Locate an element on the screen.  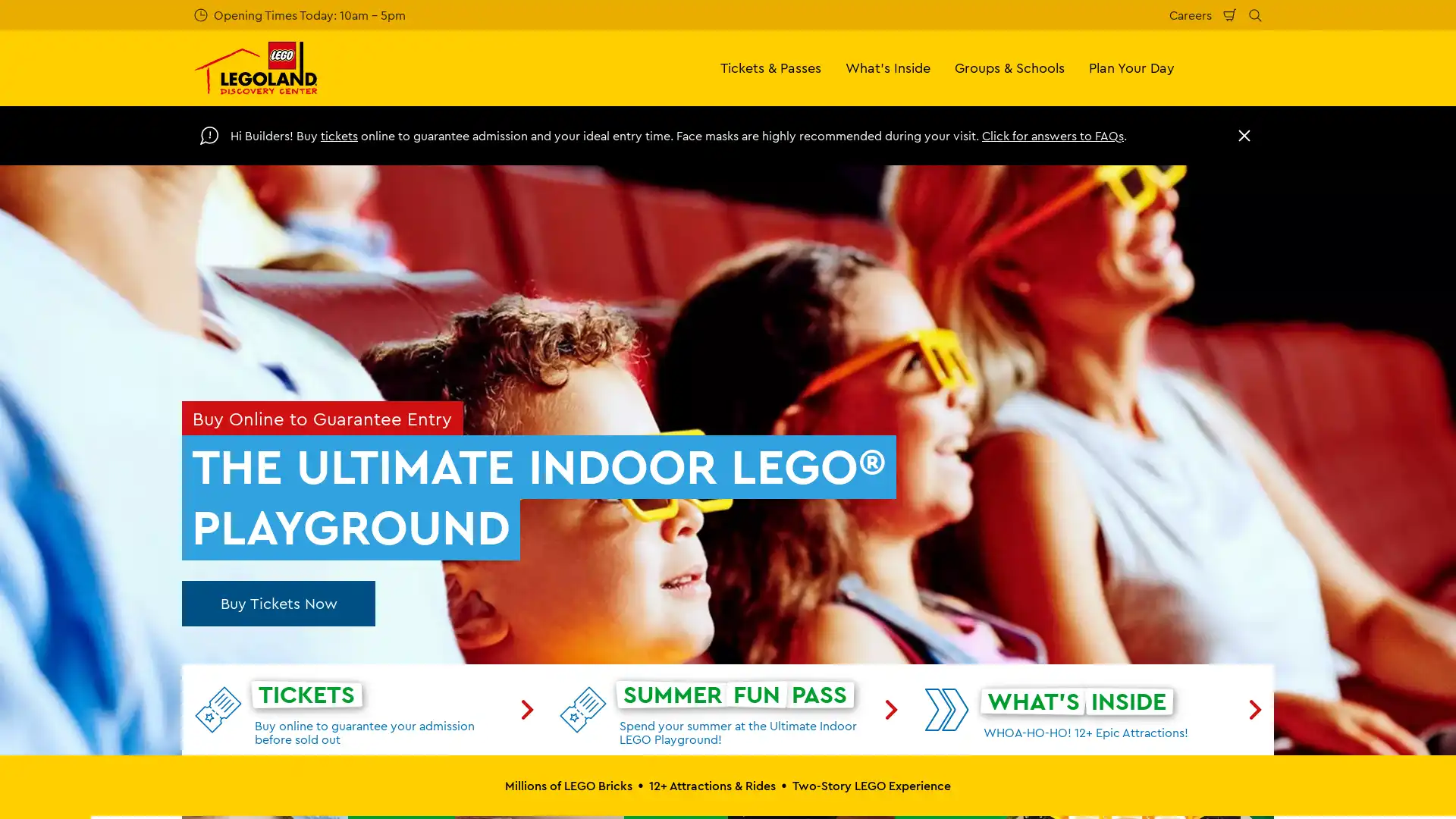
Shopping Cart is located at coordinates (1230, 14).